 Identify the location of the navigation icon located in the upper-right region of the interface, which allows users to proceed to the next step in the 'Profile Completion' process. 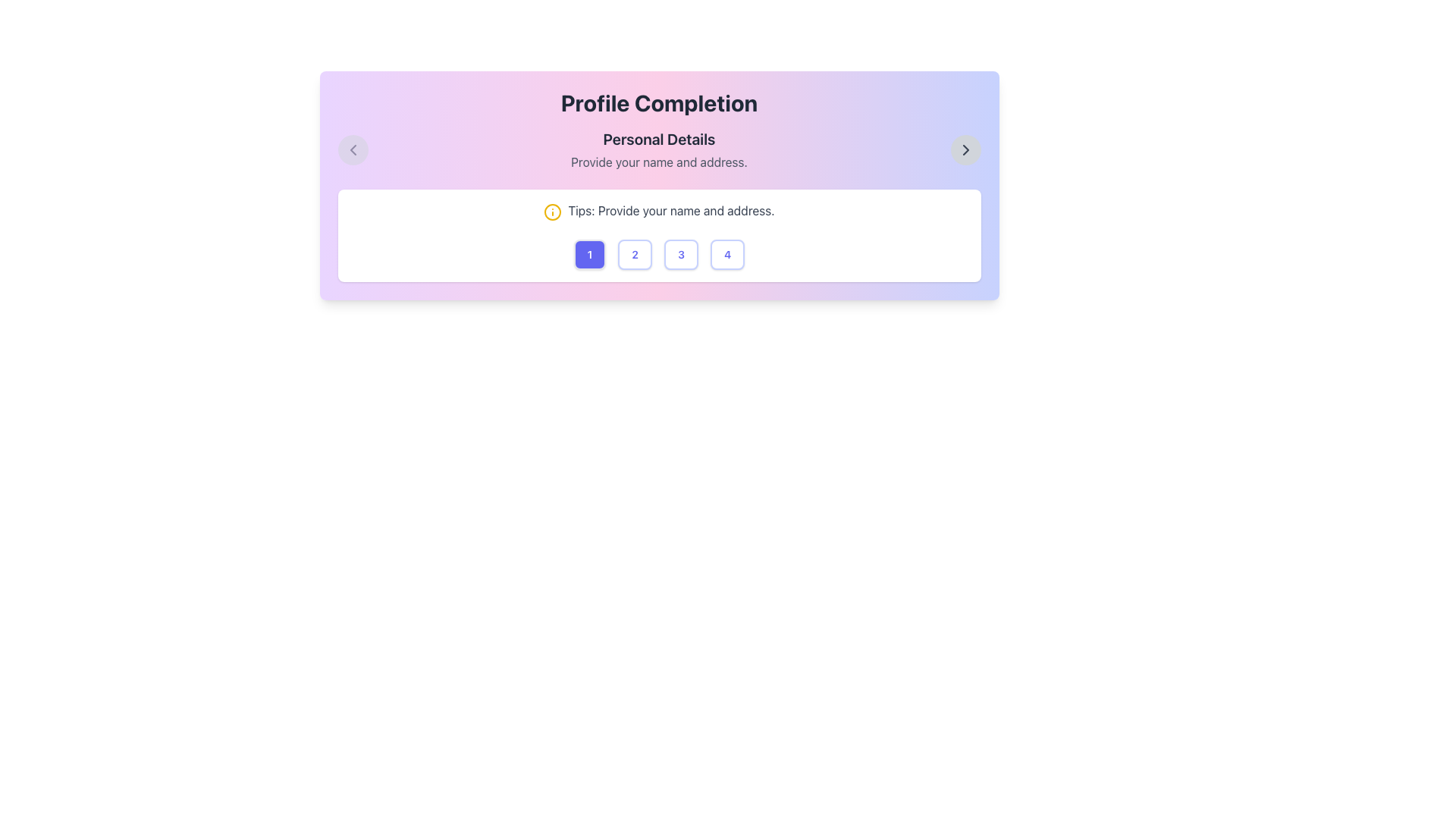
(965, 149).